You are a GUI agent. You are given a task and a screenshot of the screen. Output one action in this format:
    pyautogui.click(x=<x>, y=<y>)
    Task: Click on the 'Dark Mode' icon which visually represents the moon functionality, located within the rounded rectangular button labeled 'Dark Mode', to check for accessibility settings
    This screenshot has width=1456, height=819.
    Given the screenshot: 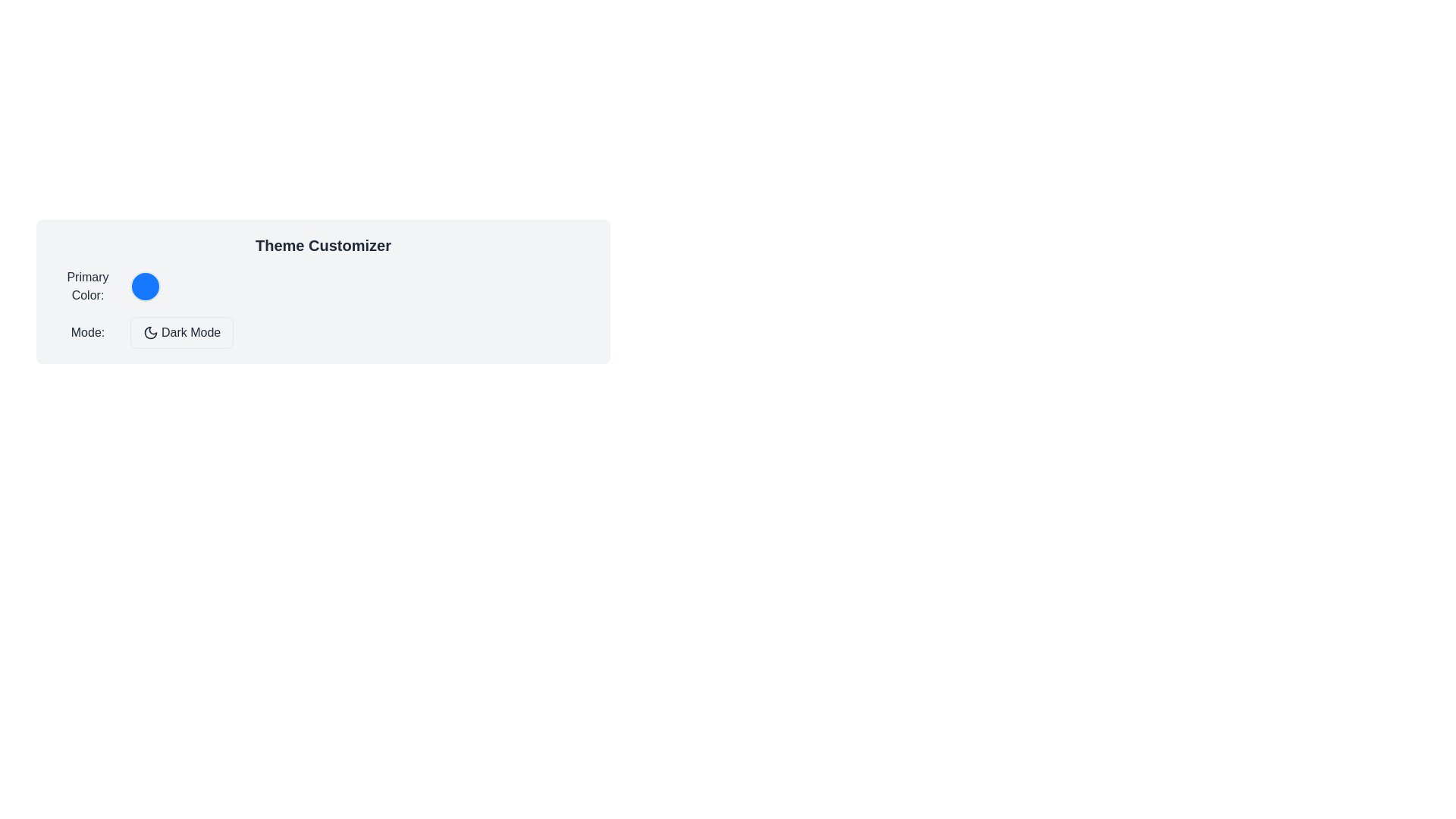 What is the action you would take?
    pyautogui.click(x=150, y=332)
    